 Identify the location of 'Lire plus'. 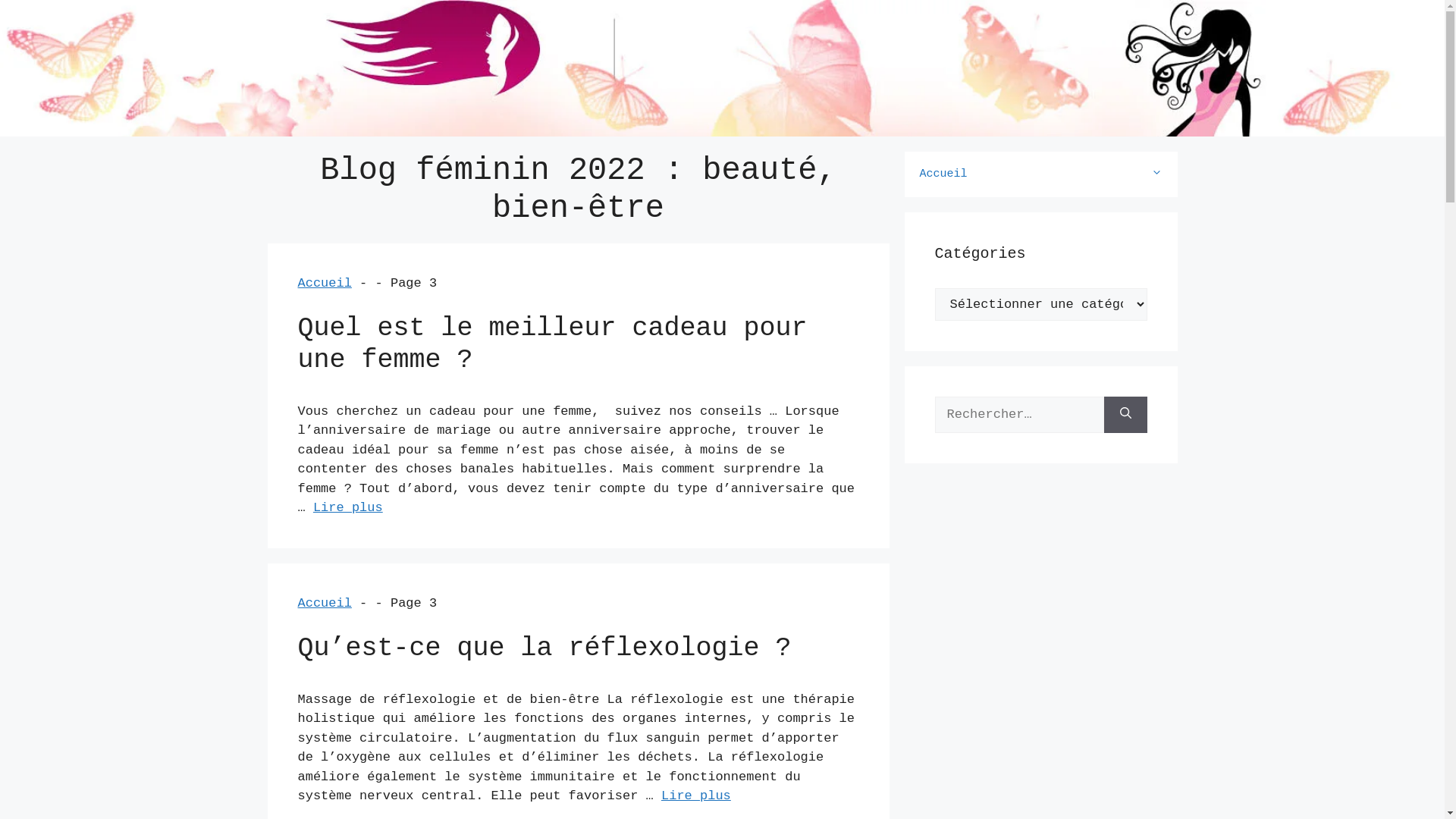
(661, 795).